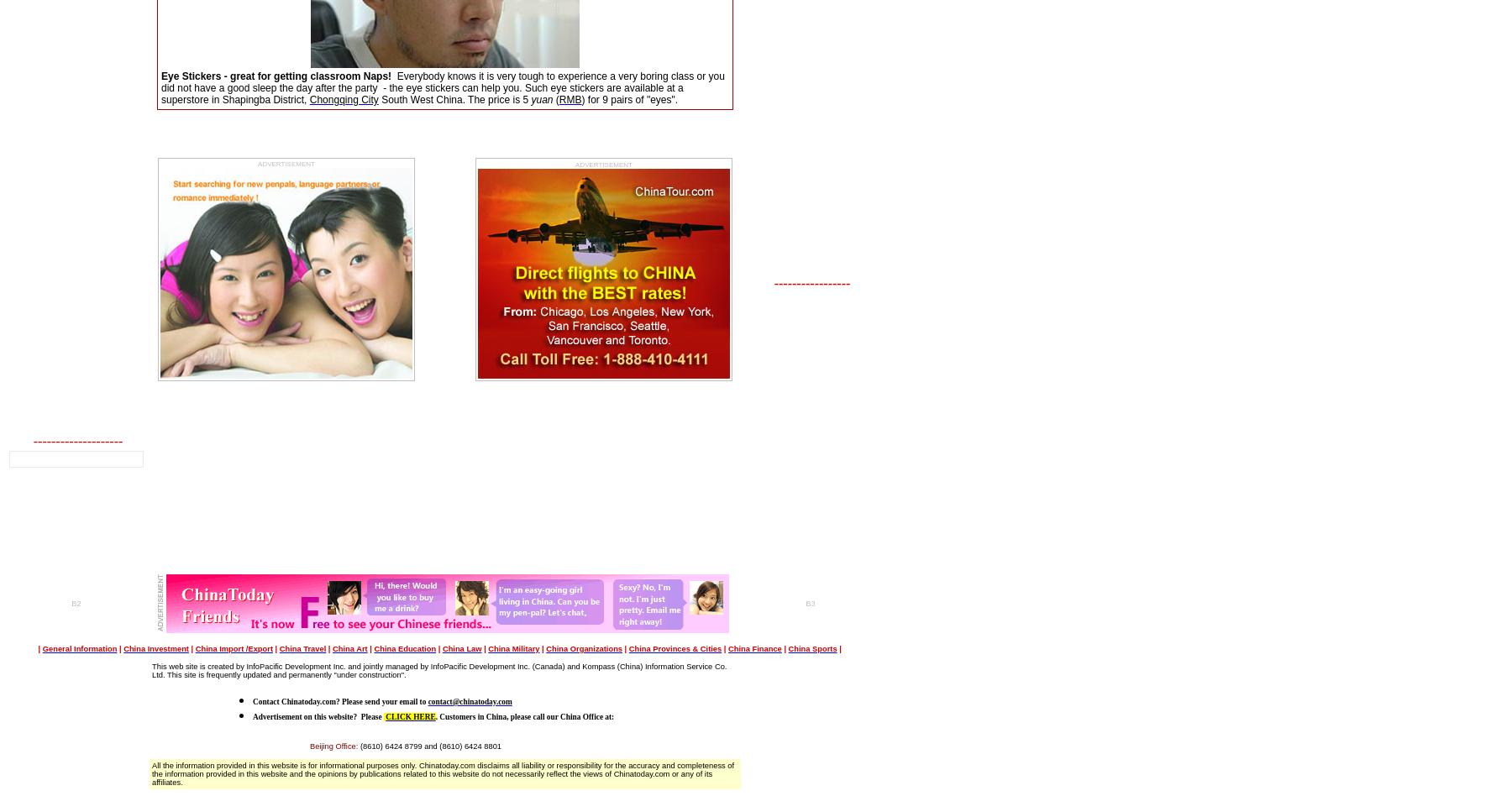  I want to click on 'CLICK 
      HERE', so click(409, 715).